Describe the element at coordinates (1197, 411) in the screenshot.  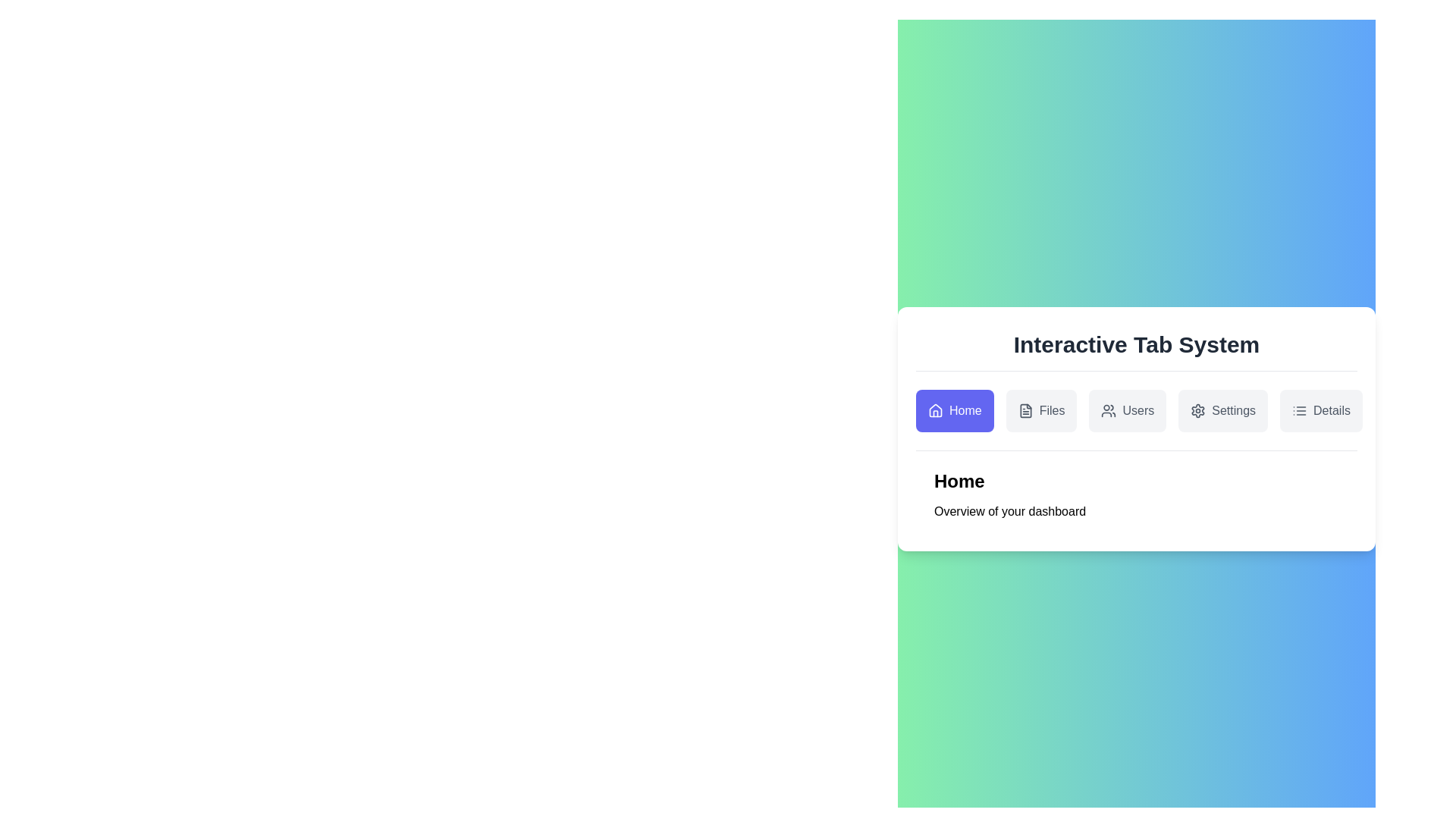
I see `on the settings icon located in the fourth position of the navigation bar` at that location.